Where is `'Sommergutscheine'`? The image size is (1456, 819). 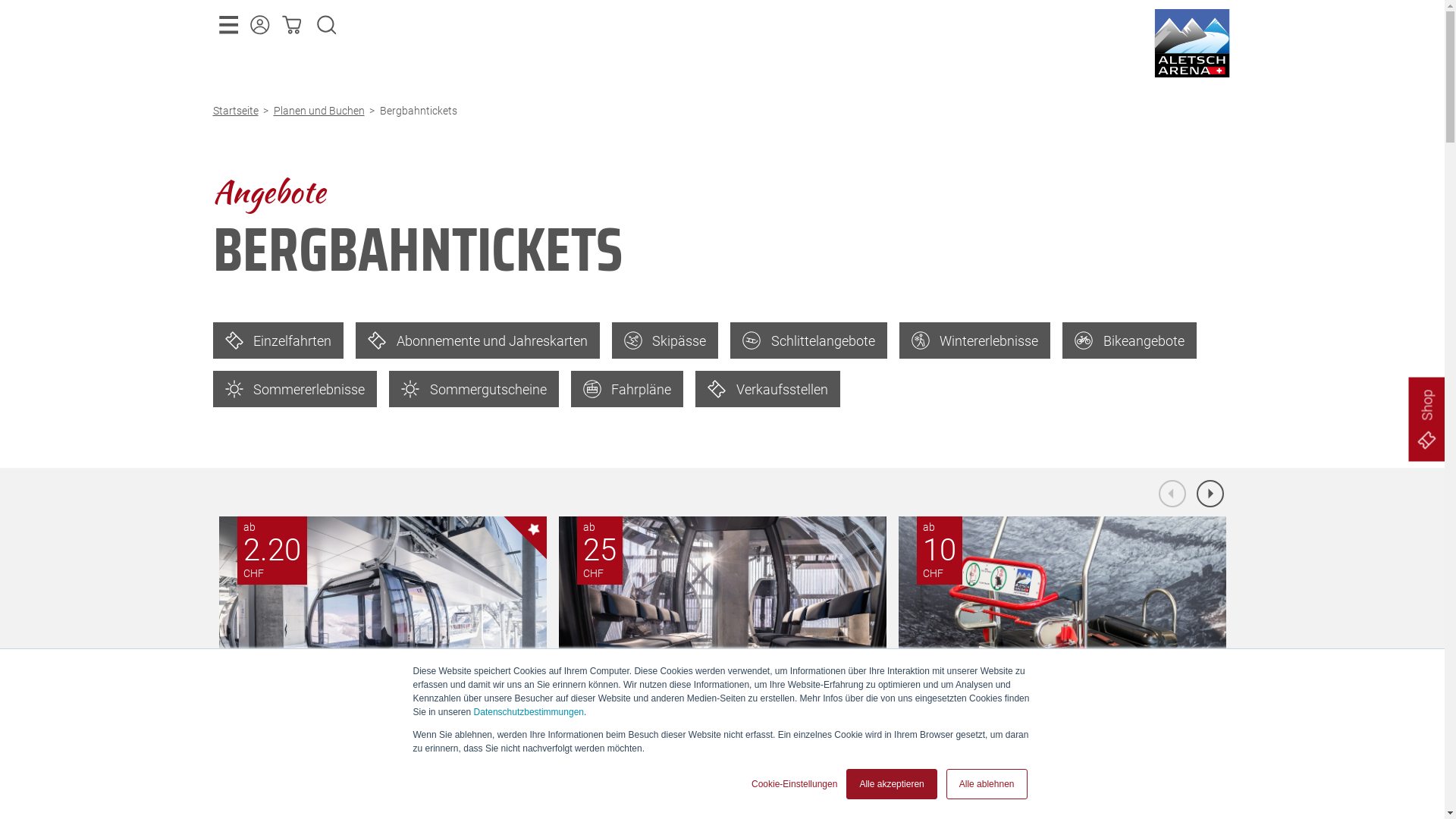 'Sommergutscheine' is located at coordinates (472, 388).